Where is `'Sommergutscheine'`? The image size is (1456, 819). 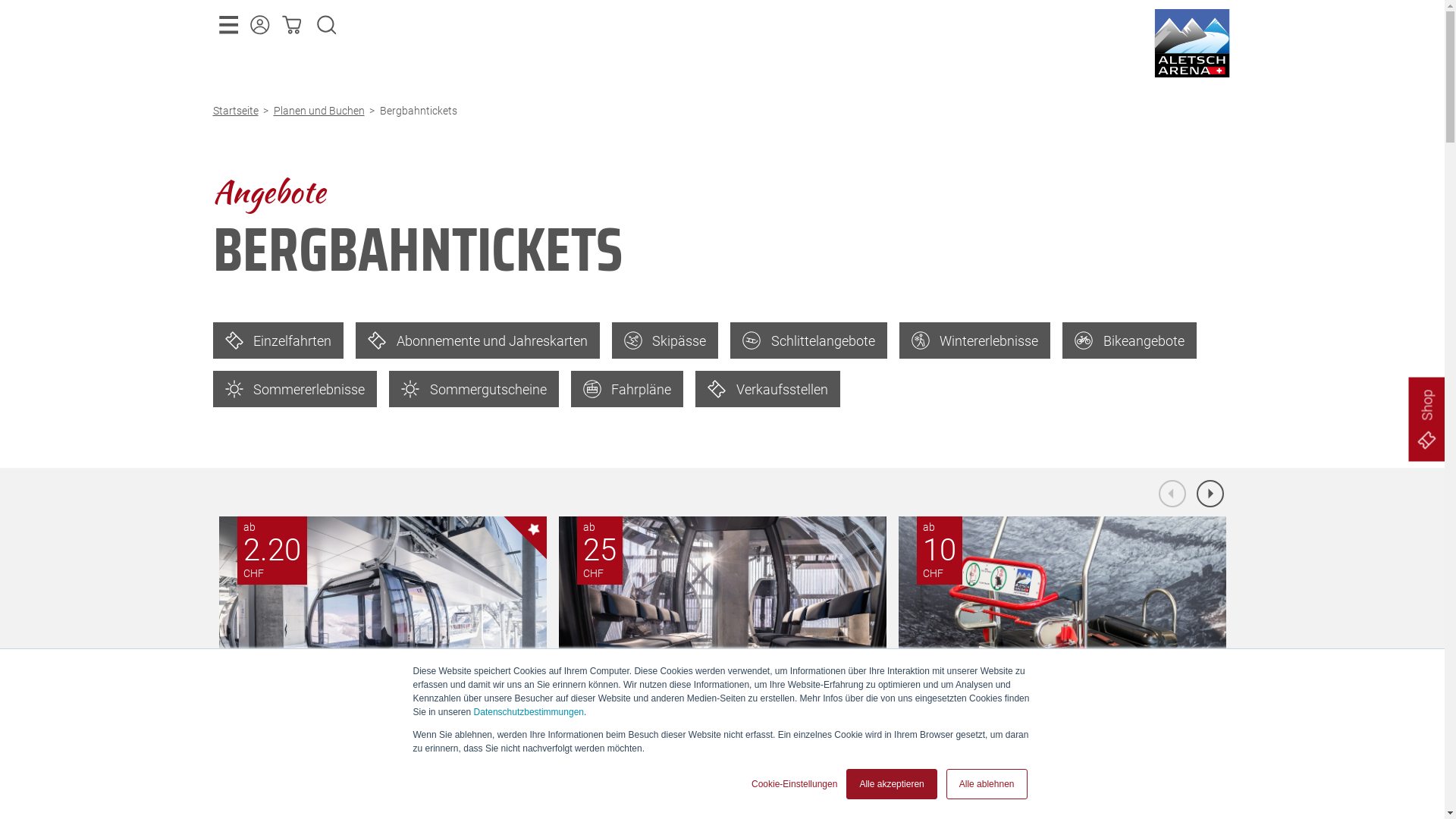 'Sommergutscheine' is located at coordinates (472, 388).